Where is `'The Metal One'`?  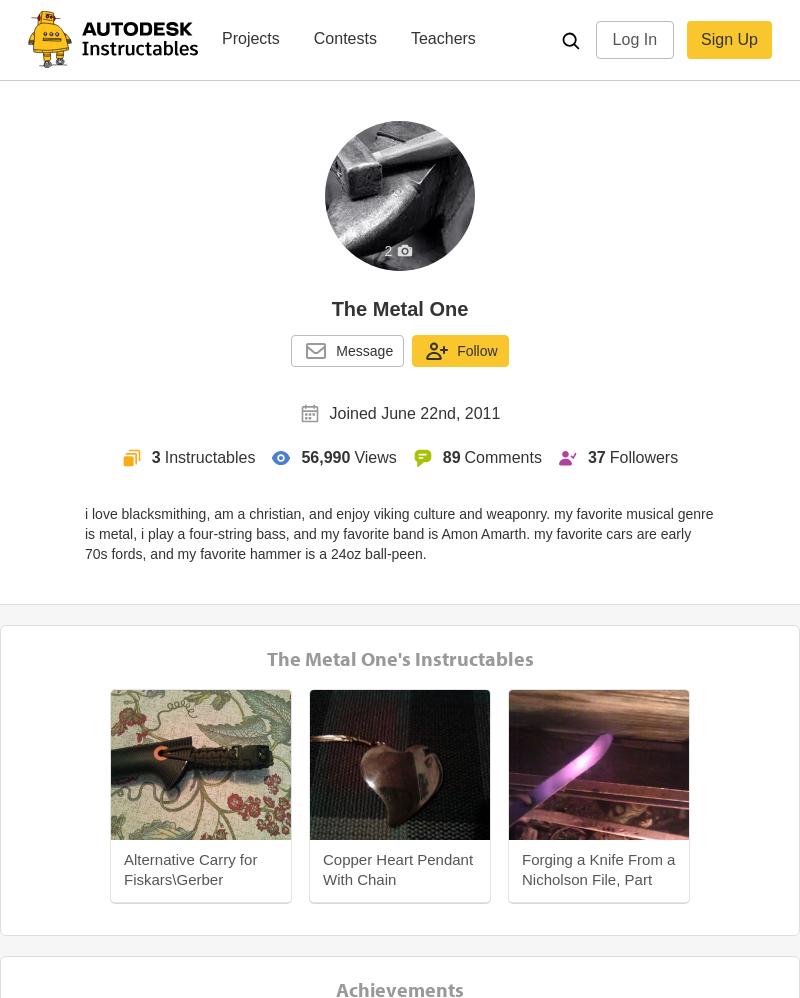 'The Metal One' is located at coordinates (398, 308).